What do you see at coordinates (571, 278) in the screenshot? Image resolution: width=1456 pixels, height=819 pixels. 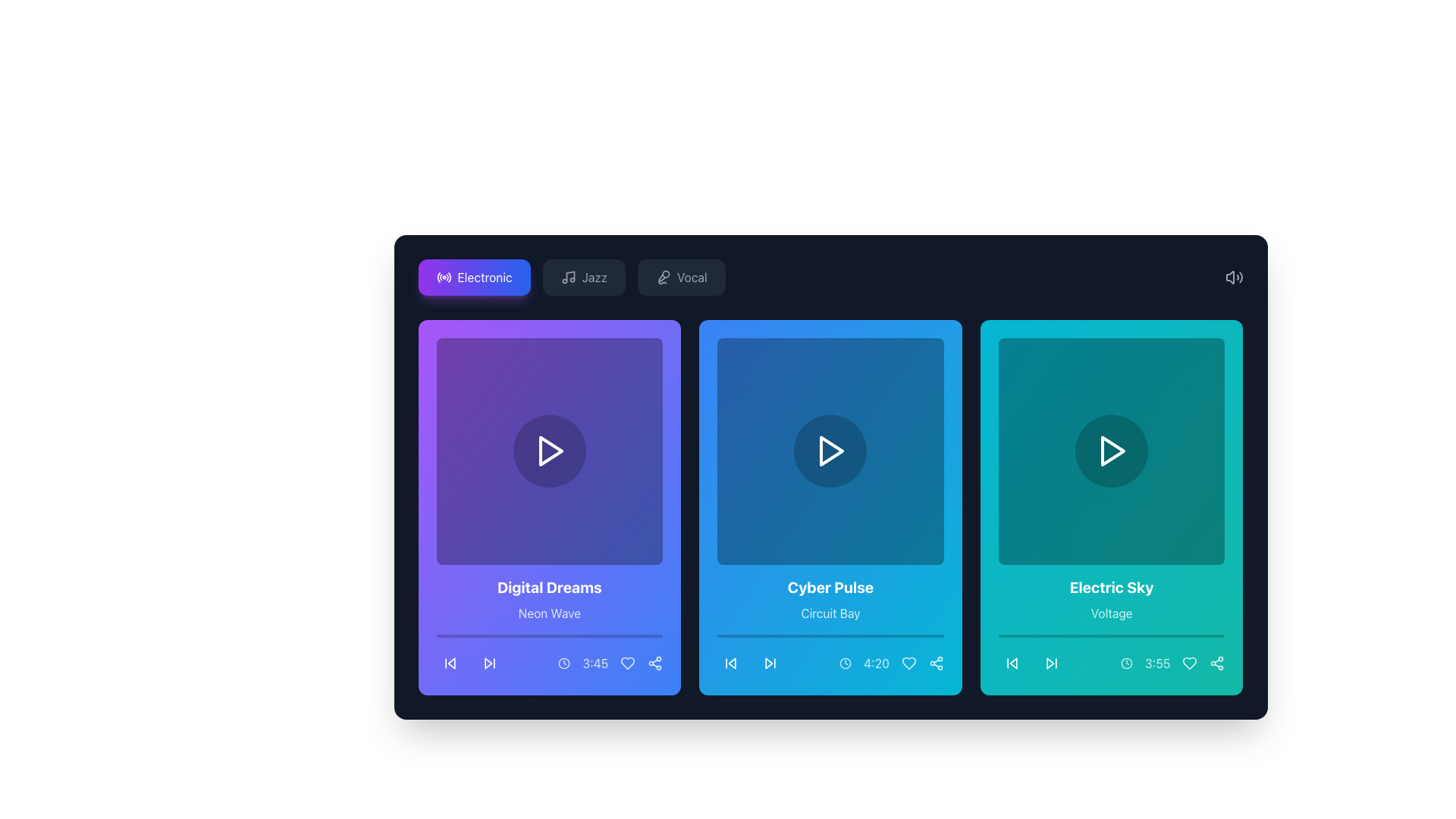 I see `the 'Electronic' button, which is the leftmost button in a horizontal set of three genre buttons, featuring a gradient background of purple and blue with white text and a wave icon, to observe hover effects` at bounding box center [571, 278].